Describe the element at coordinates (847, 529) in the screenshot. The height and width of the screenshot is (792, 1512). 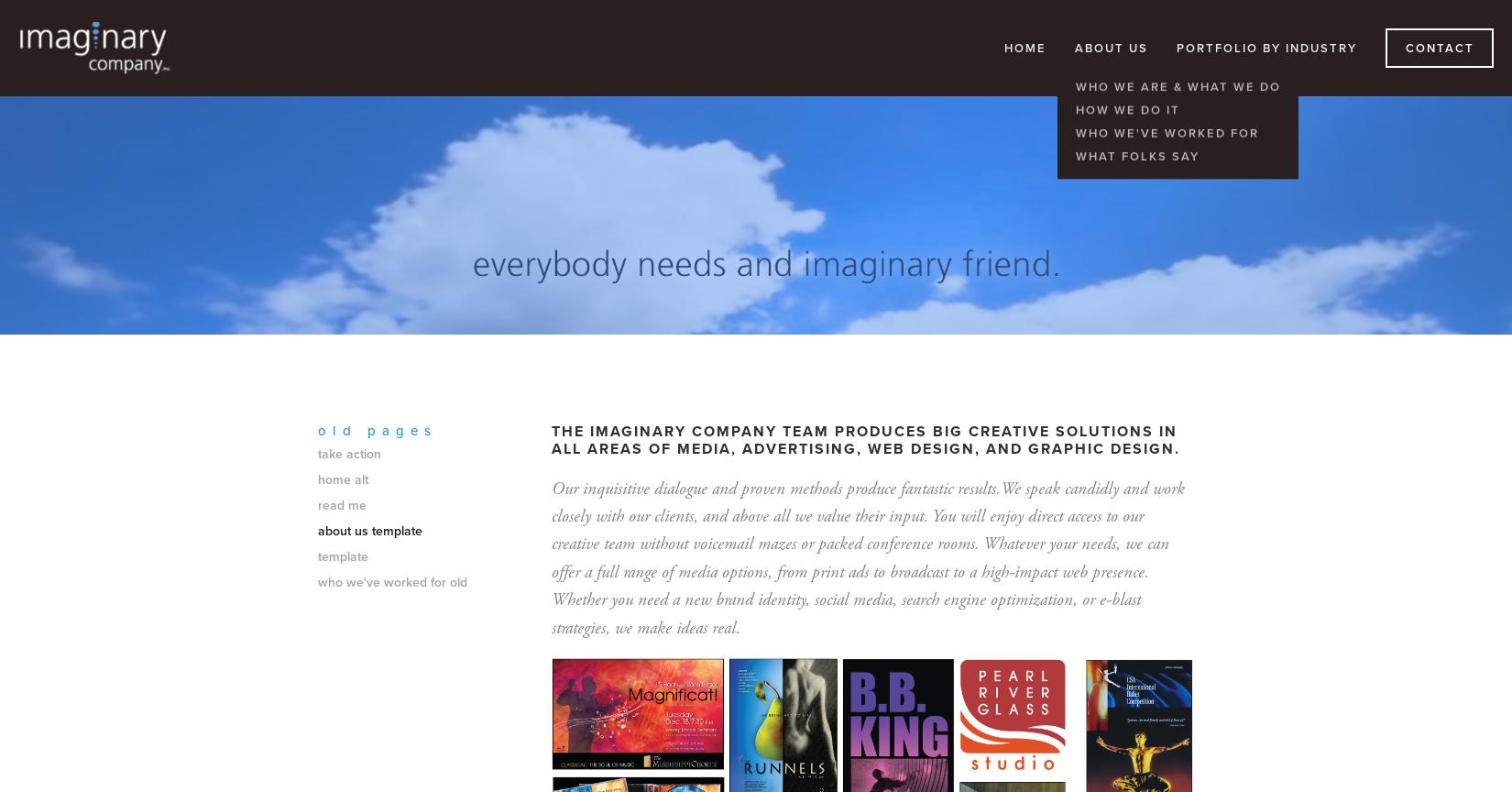
I see `'You will enjoy direct access to our creative team without voicemail mazes or packed conference rooms.'` at that location.